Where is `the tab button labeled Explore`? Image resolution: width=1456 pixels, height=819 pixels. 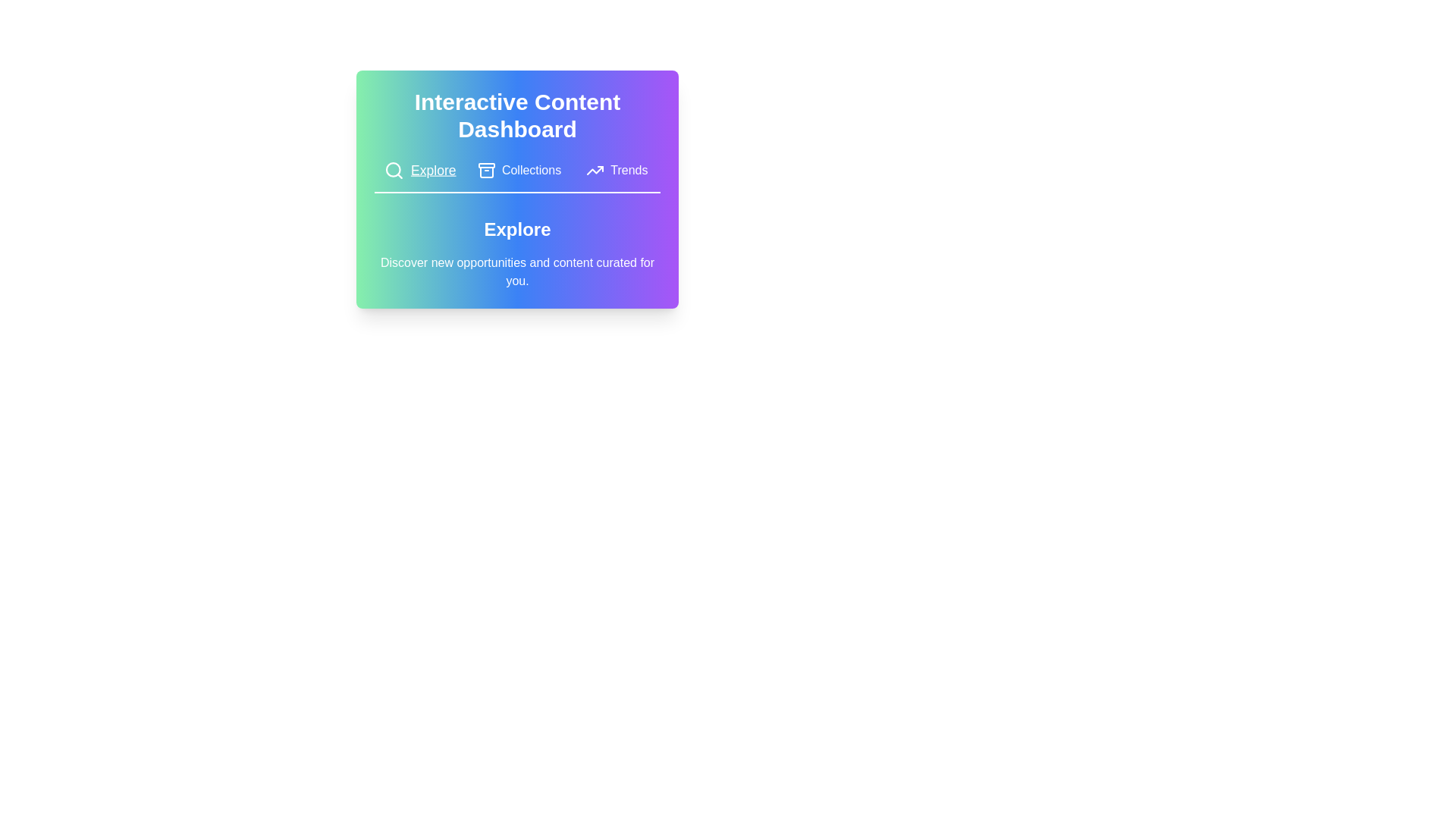 the tab button labeled Explore is located at coordinates (419, 170).